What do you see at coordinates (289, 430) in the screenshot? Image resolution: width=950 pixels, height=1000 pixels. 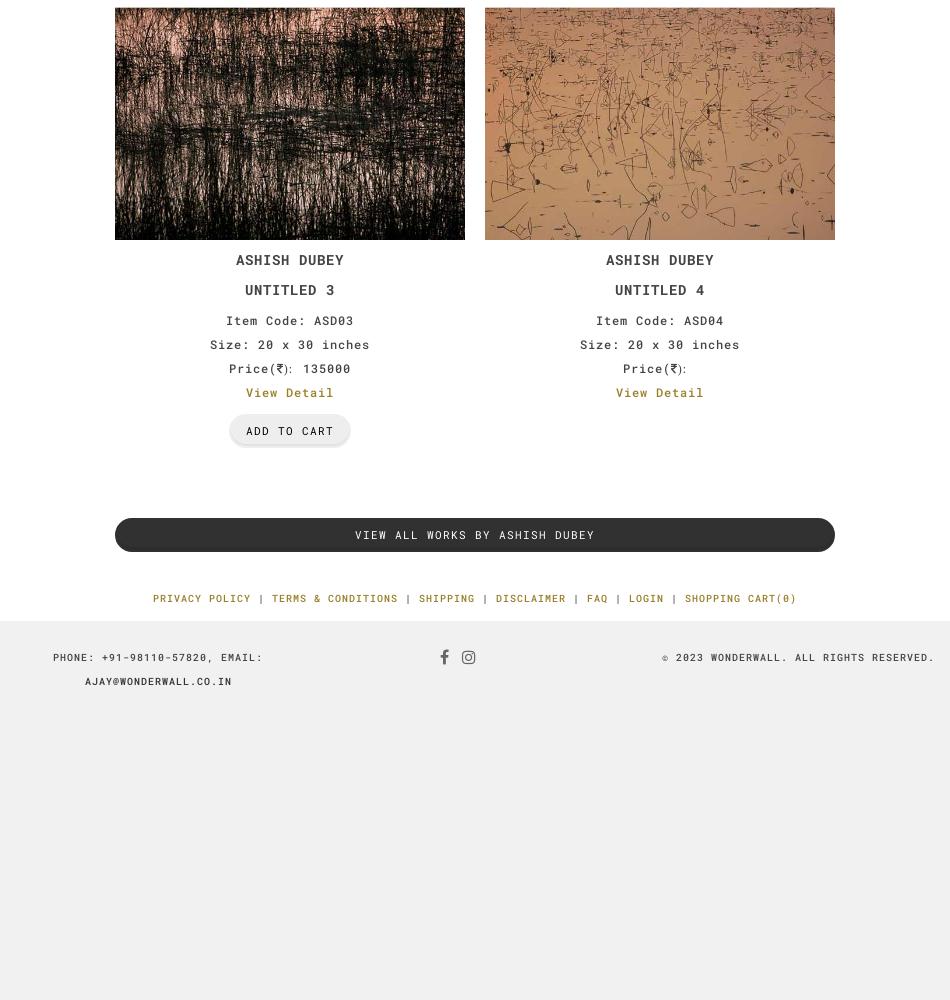 I see `'Add To Cart'` at bounding box center [289, 430].